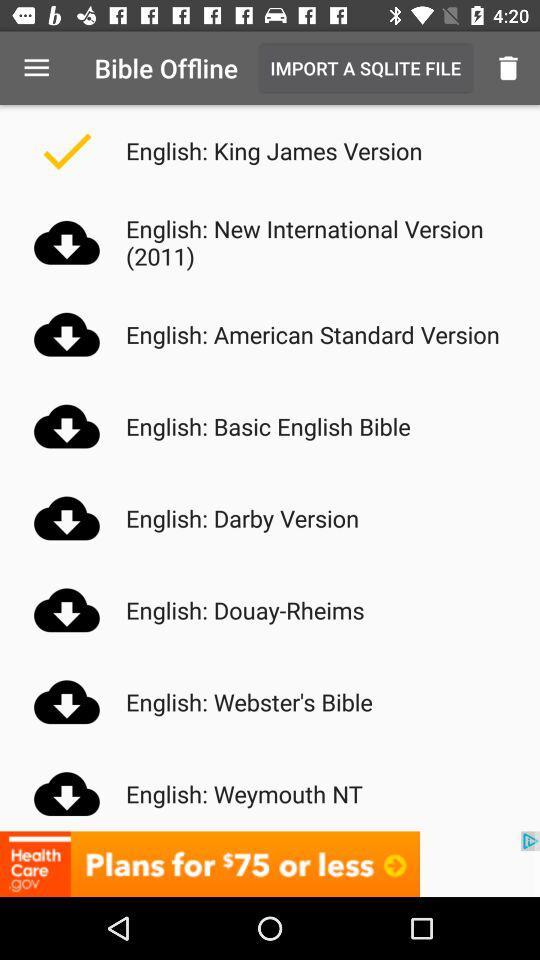 This screenshot has width=540, height=960. Describe the element at coordinates (270, 863) in the screenshot. I see `advertisement banner` at that location.